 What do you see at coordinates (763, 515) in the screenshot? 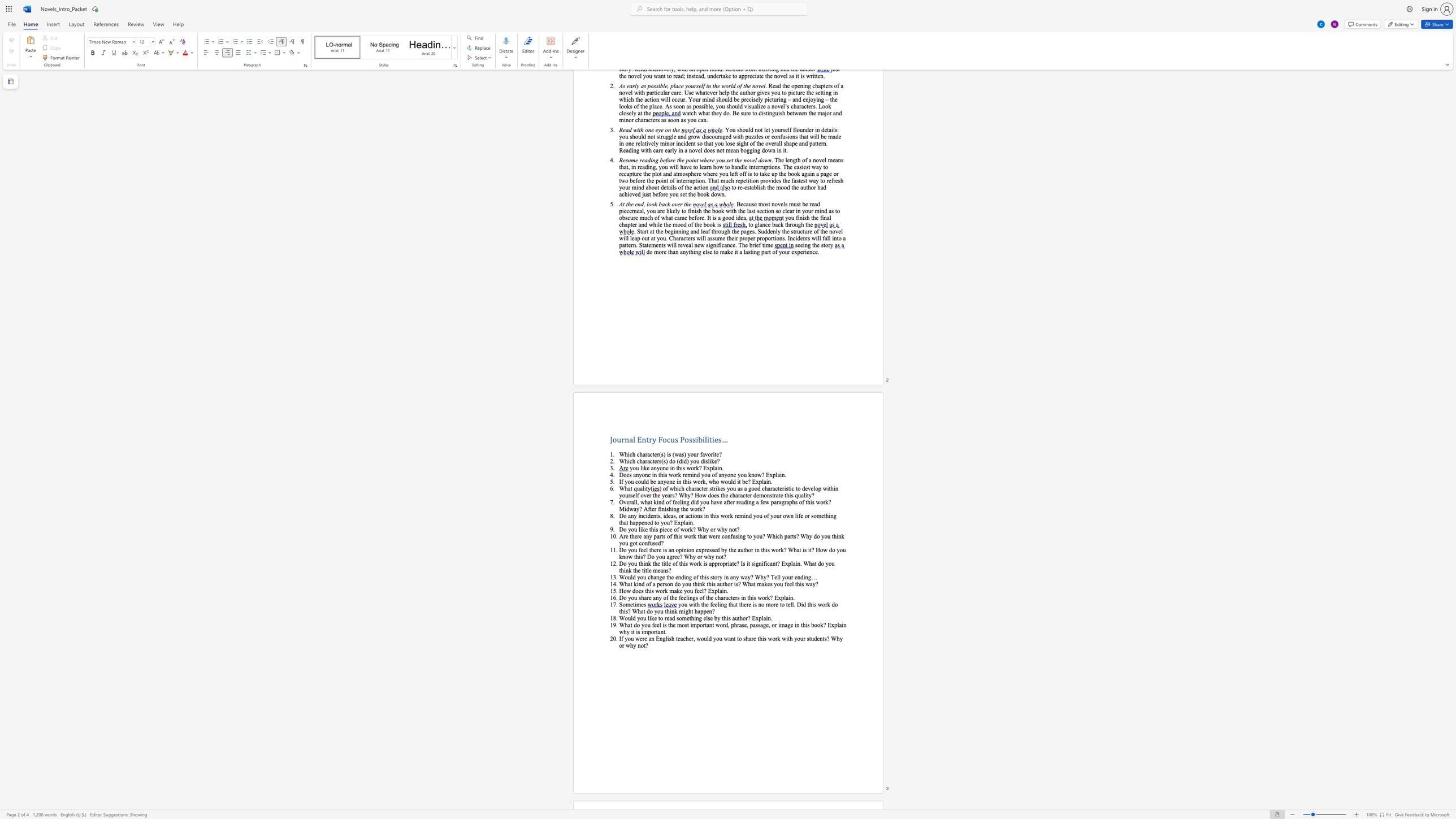
I see `the subset text "of your own life or something that happe" within the text "Do any incidents, ideas, or actions in this work remind you of your own life or something that happened to you? Explain."` at bounding box center [763, 515].